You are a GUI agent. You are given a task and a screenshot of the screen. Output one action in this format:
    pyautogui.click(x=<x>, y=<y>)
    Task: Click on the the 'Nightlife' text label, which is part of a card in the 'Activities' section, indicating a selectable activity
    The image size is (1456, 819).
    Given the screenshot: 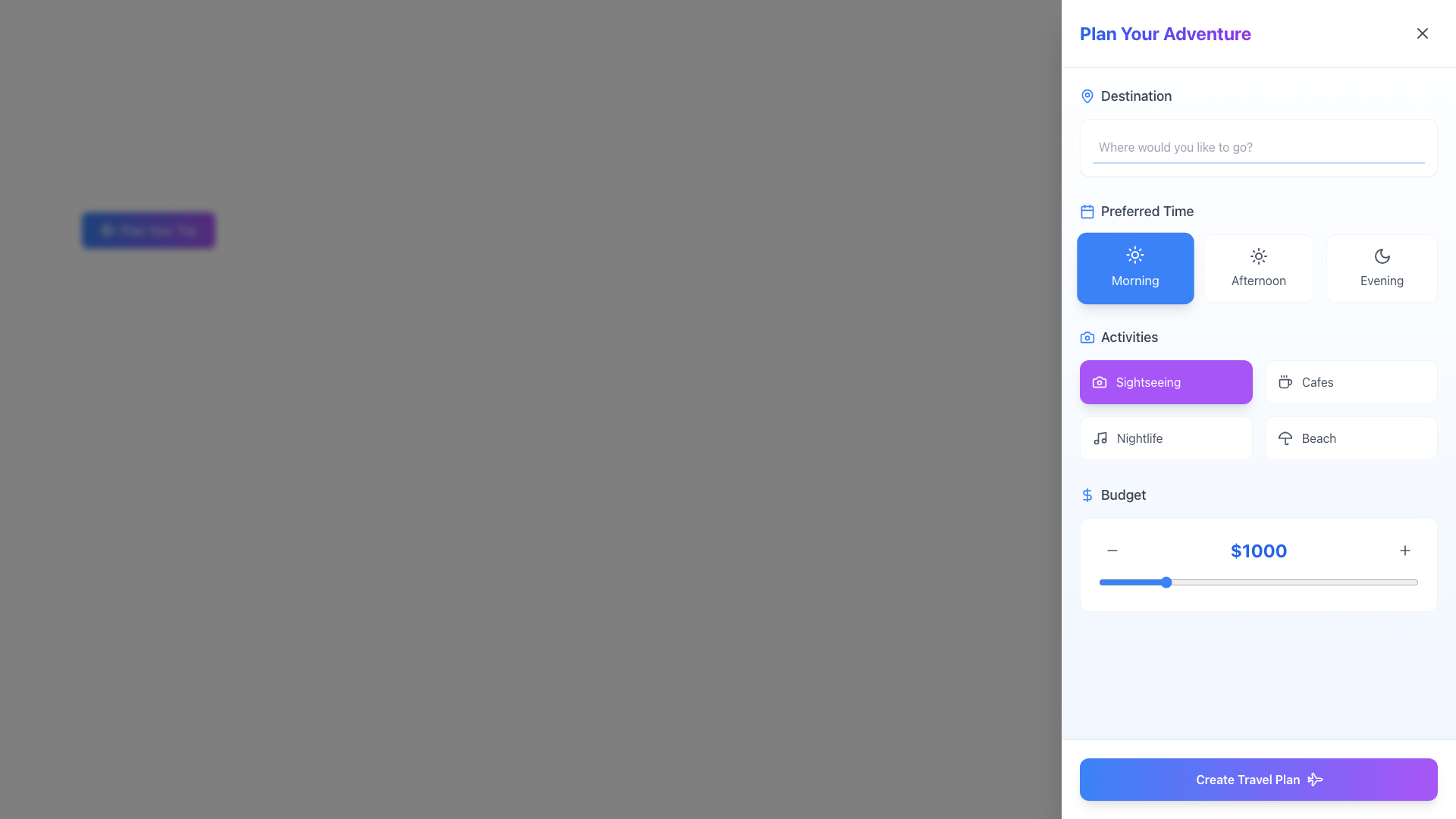 What is the action you would take?
    pyautogui.click(x=1140, y=438)
    